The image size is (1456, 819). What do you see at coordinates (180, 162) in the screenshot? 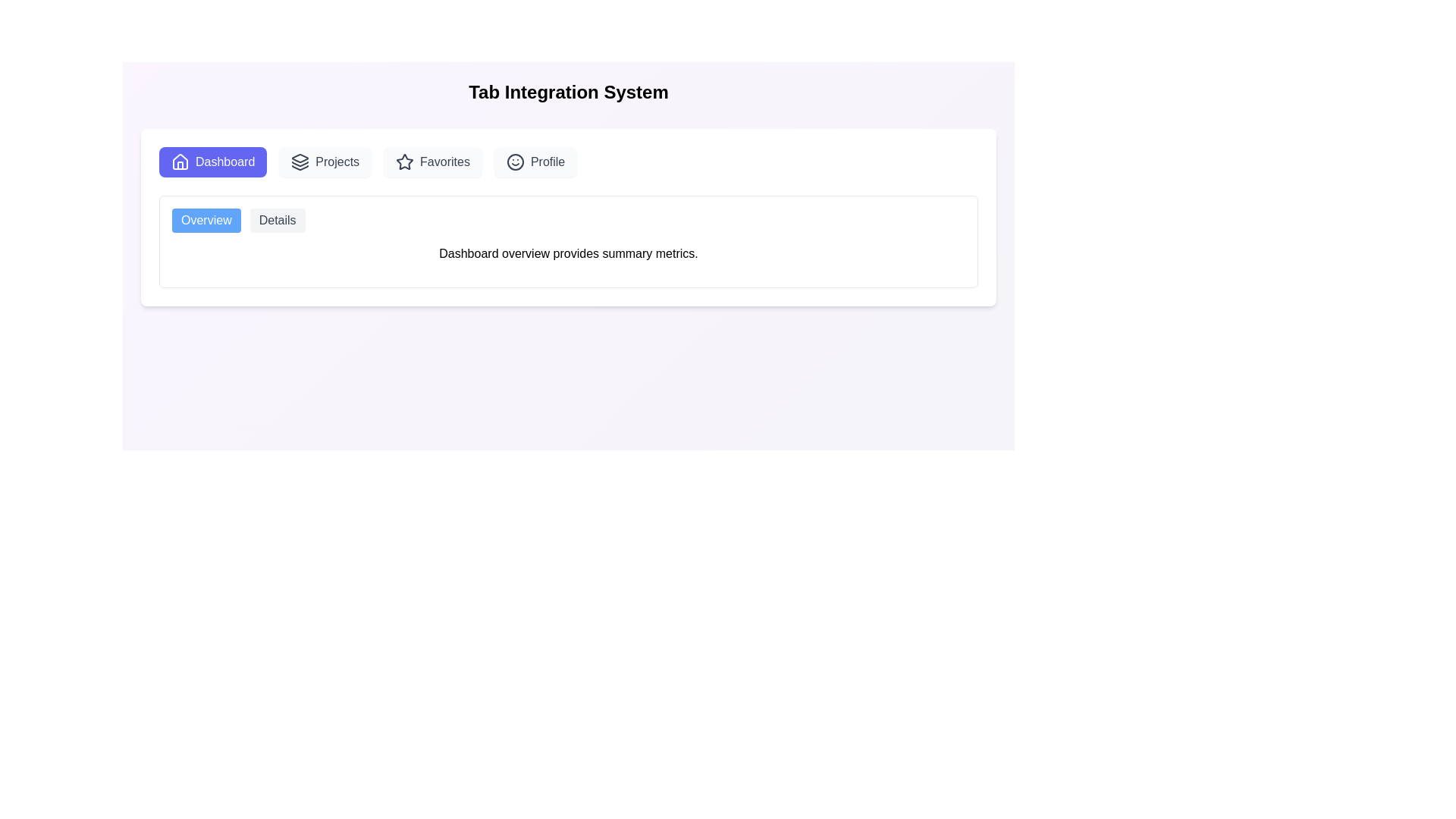
I see `the Dashboard icon located at the top-left of the interface` at bounding box center [180, 162].